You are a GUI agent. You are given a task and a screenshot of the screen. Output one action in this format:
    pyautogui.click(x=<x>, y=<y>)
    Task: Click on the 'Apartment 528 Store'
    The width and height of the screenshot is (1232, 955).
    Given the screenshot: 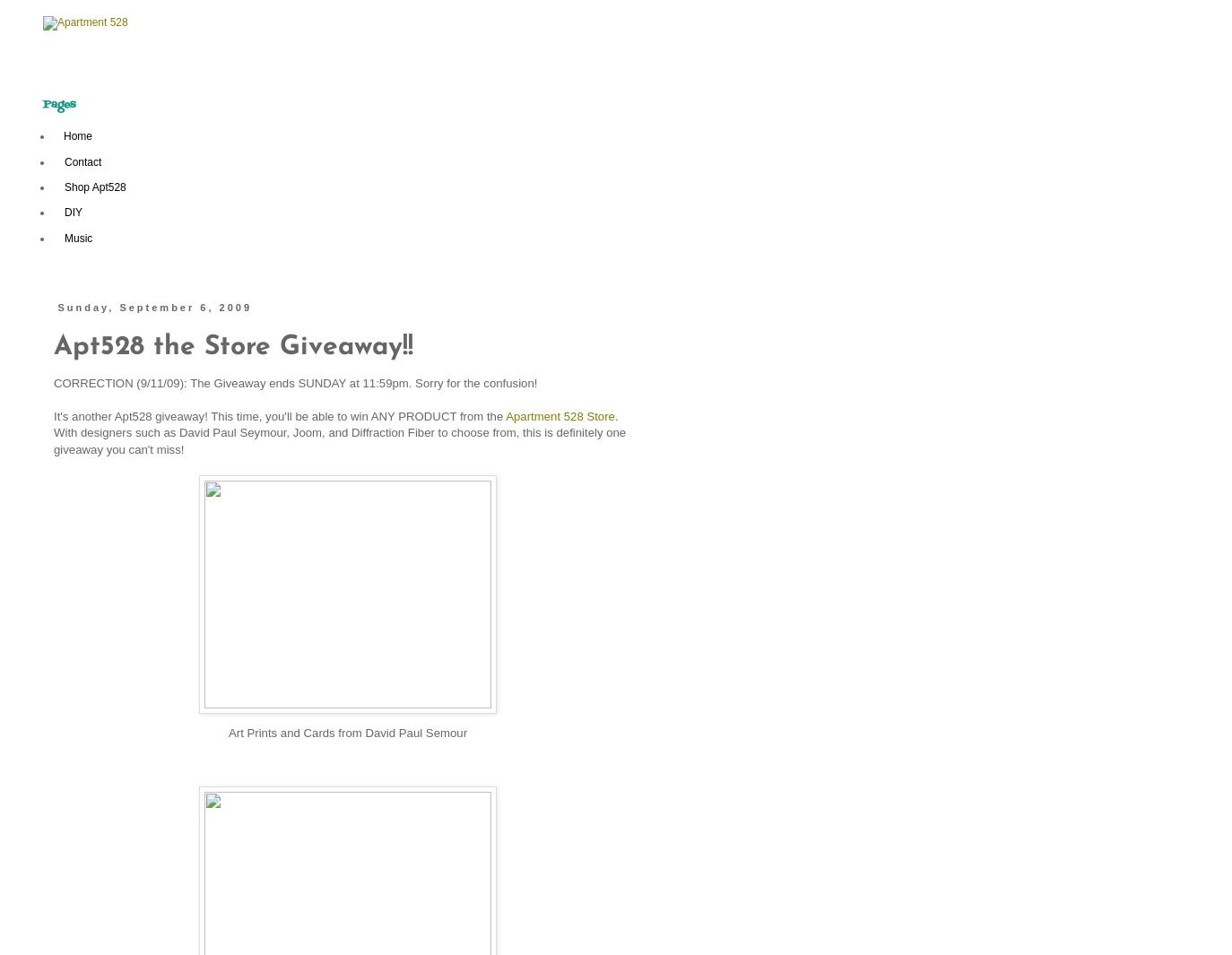 What is the action you would take?
    pyautogui.click(x=560, y=414)
    